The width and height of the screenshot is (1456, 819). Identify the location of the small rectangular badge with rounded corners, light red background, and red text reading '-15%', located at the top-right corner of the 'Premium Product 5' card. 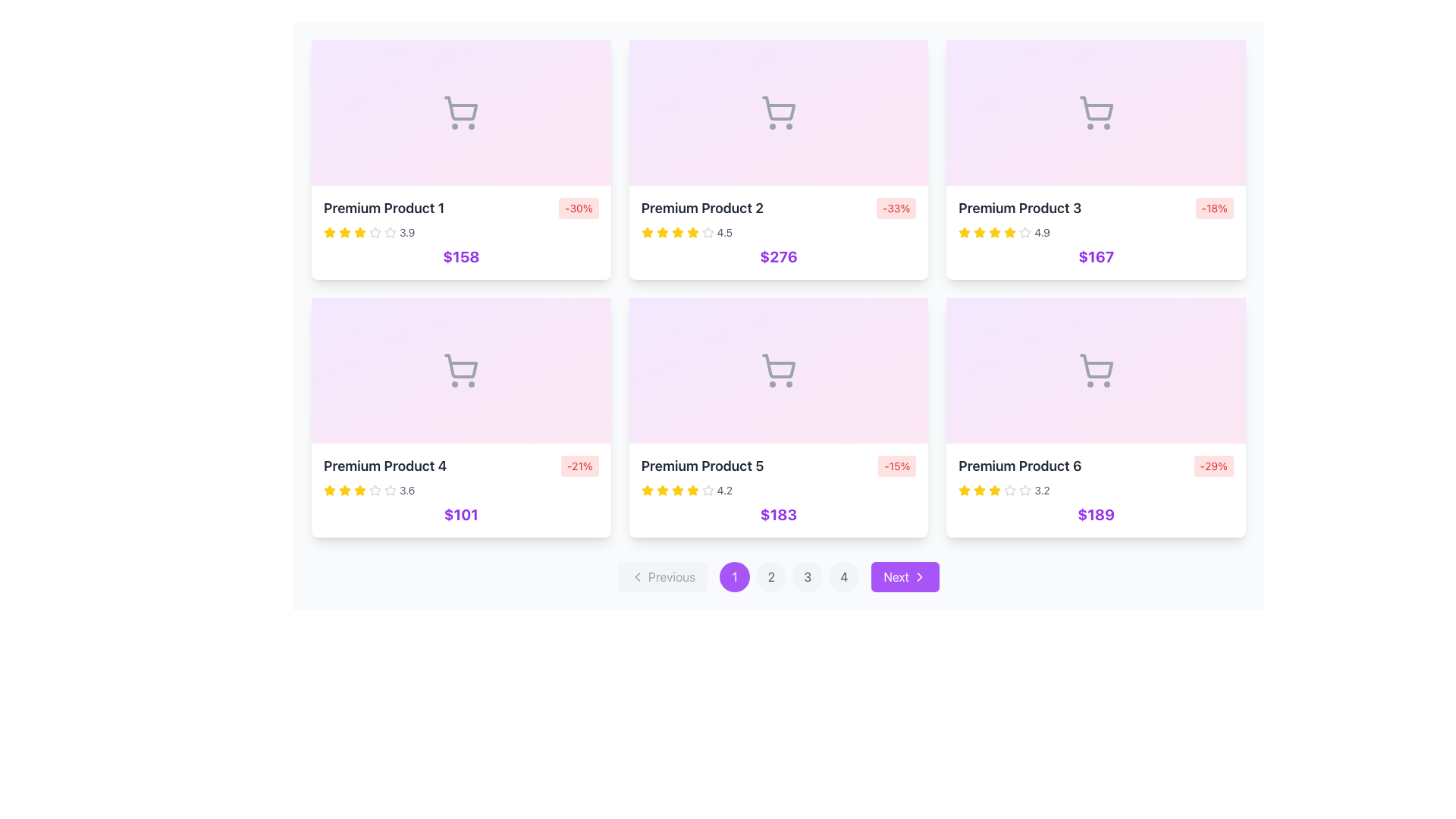
(897, 465).